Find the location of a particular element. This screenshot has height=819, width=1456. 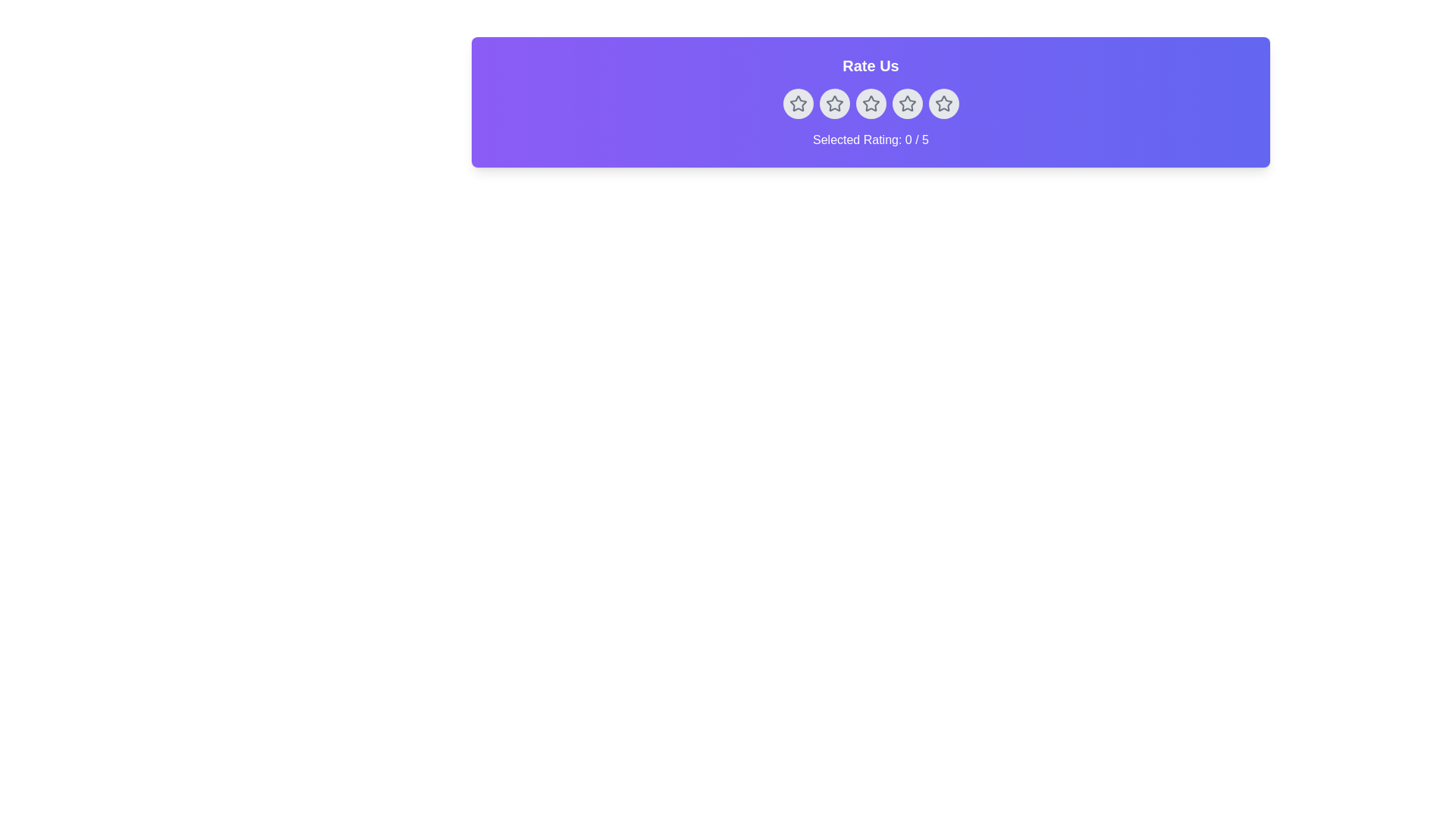

the rating to 2 stars by clicking on the corresponding star is located at coordinates (833, 103).